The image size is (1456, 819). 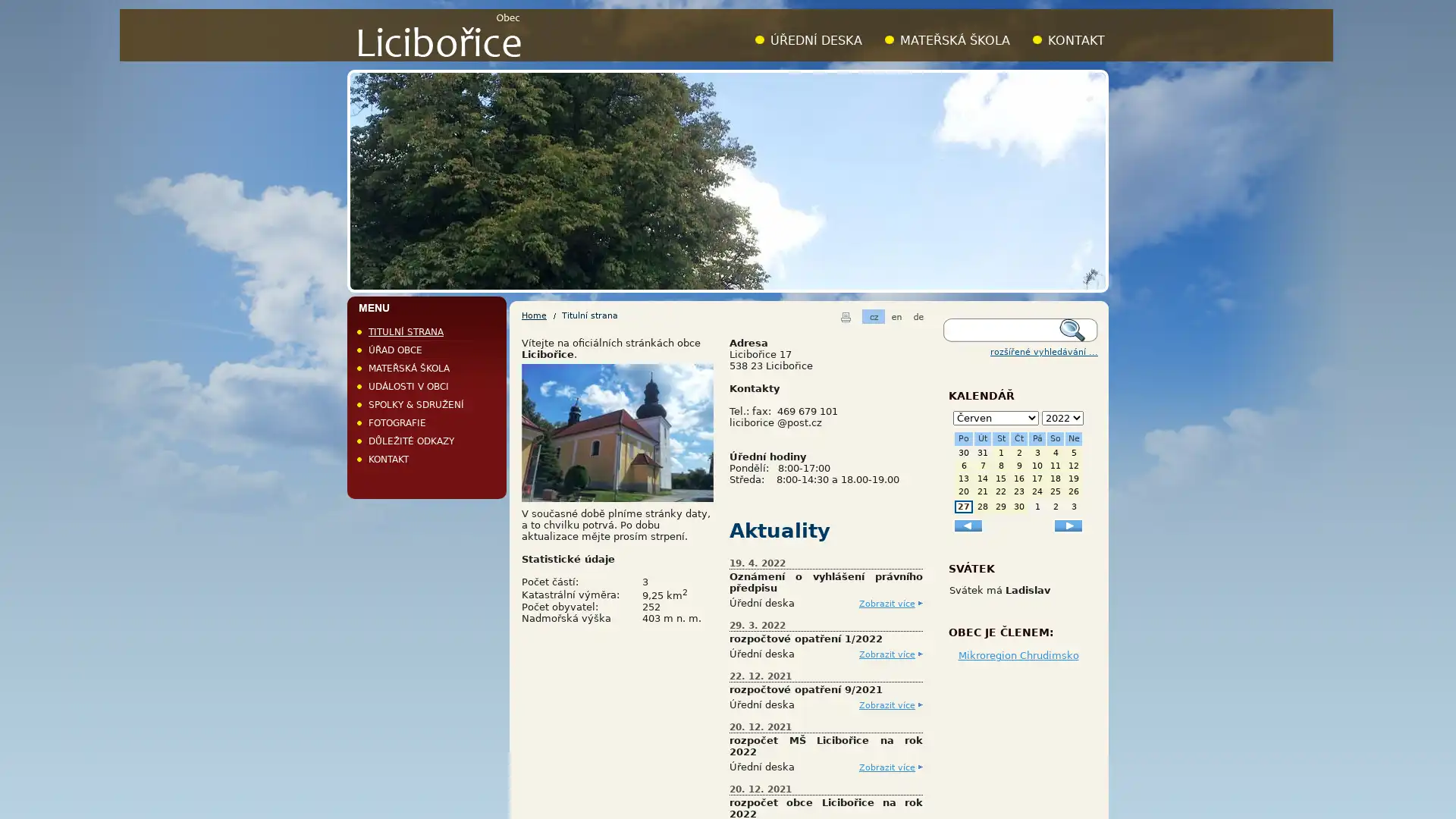 I want to click on dalsi, so click(x=1068, y=524).